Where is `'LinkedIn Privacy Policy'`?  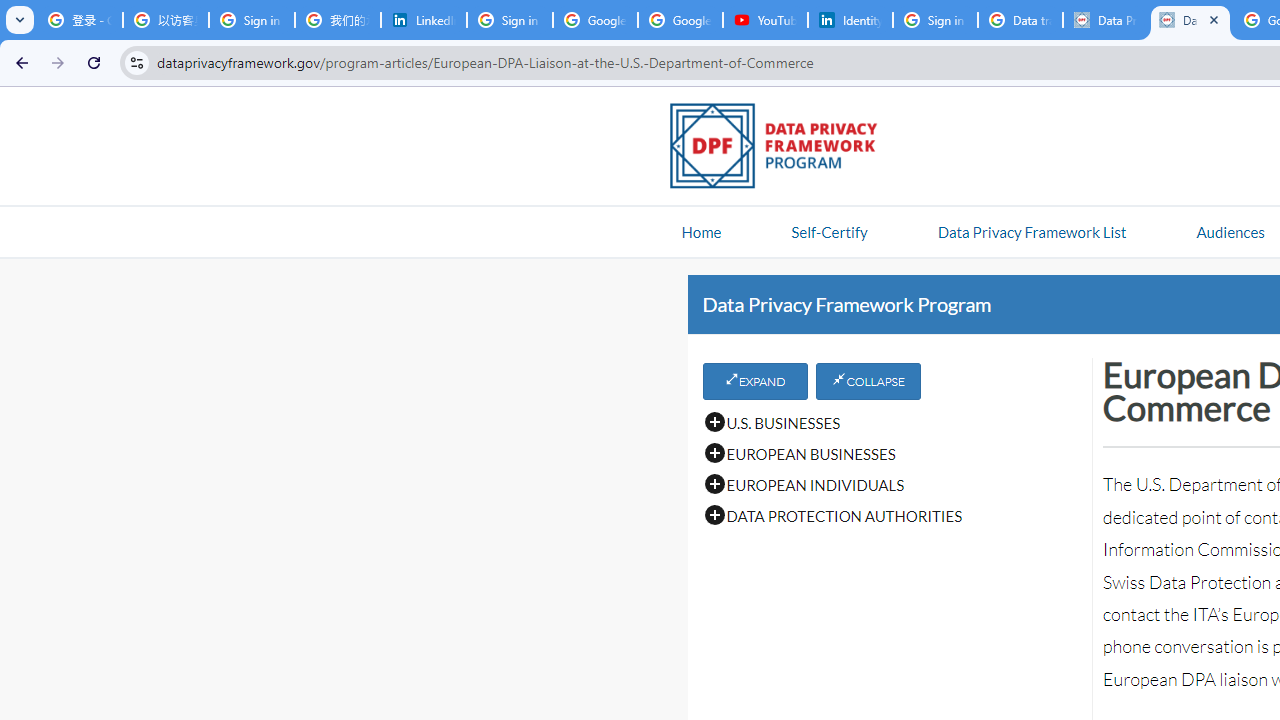
'LinkedIn Privacy Policy' is located at coordinates (423, 20).